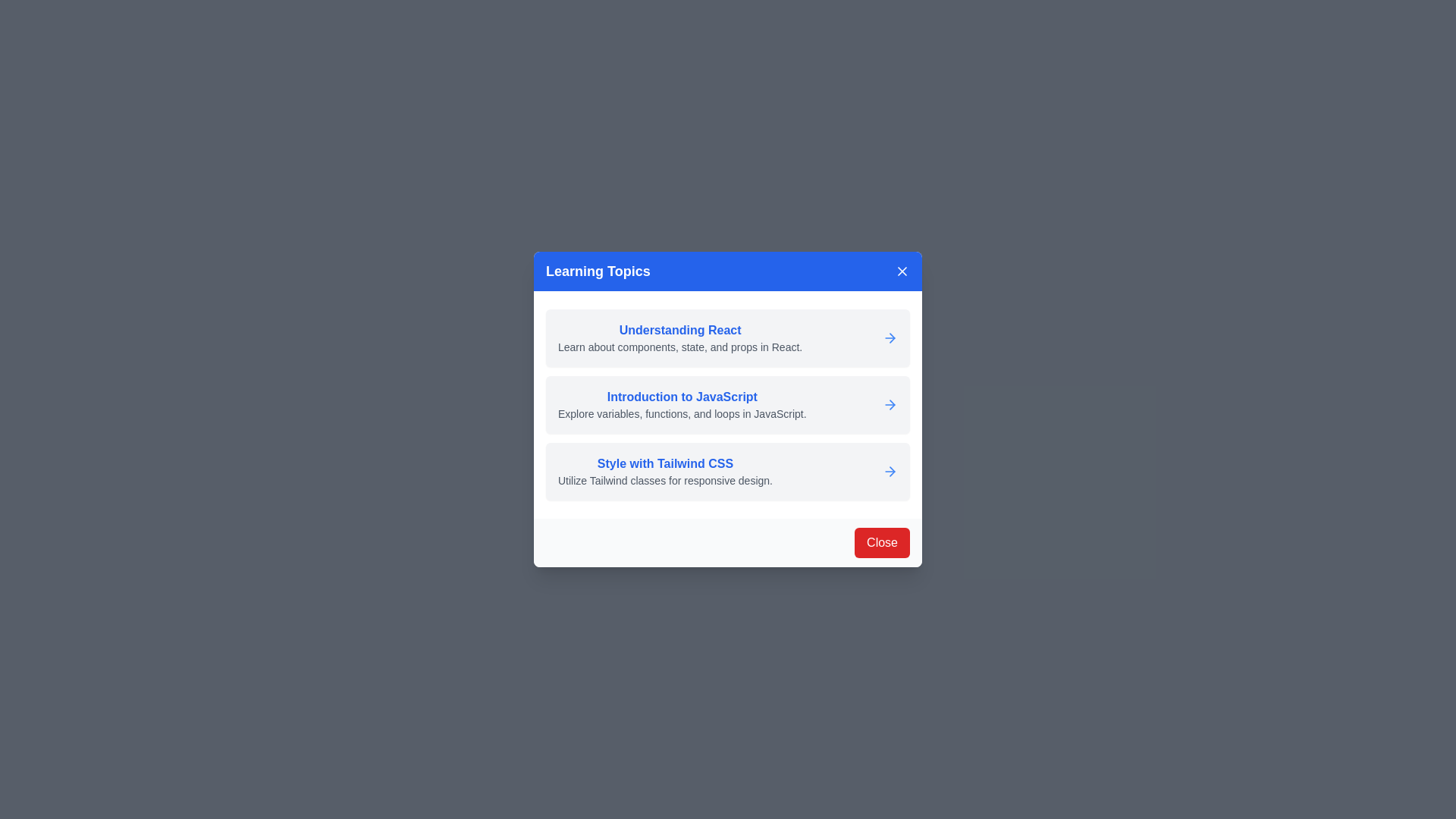  What do you see at coordinates (892, 337) in the screenshot?
I see `the right-pointing arrow icon with a thin blue outline located in the first row under 'Learning Topics'` at bounding box center [892, 337].